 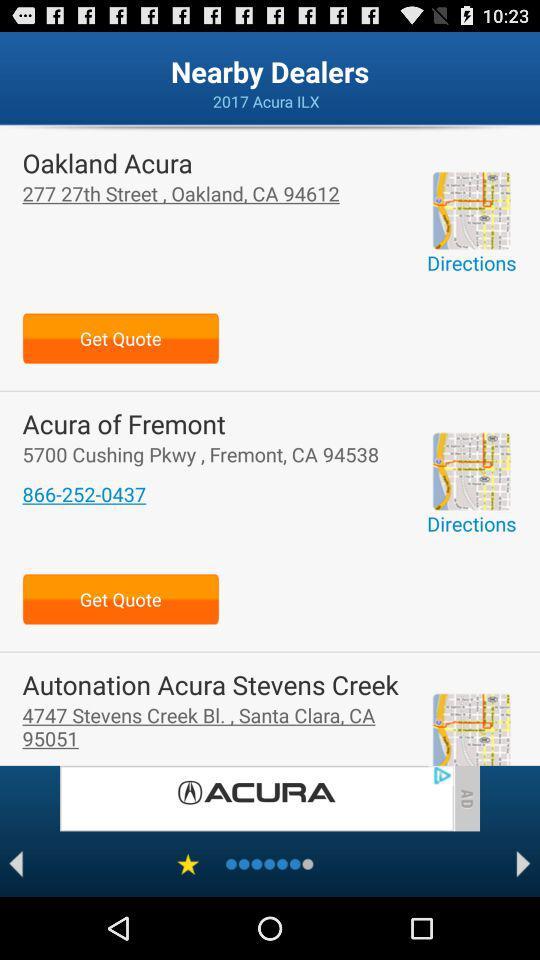 I want to click on back page button, so click(x=15, y=863).